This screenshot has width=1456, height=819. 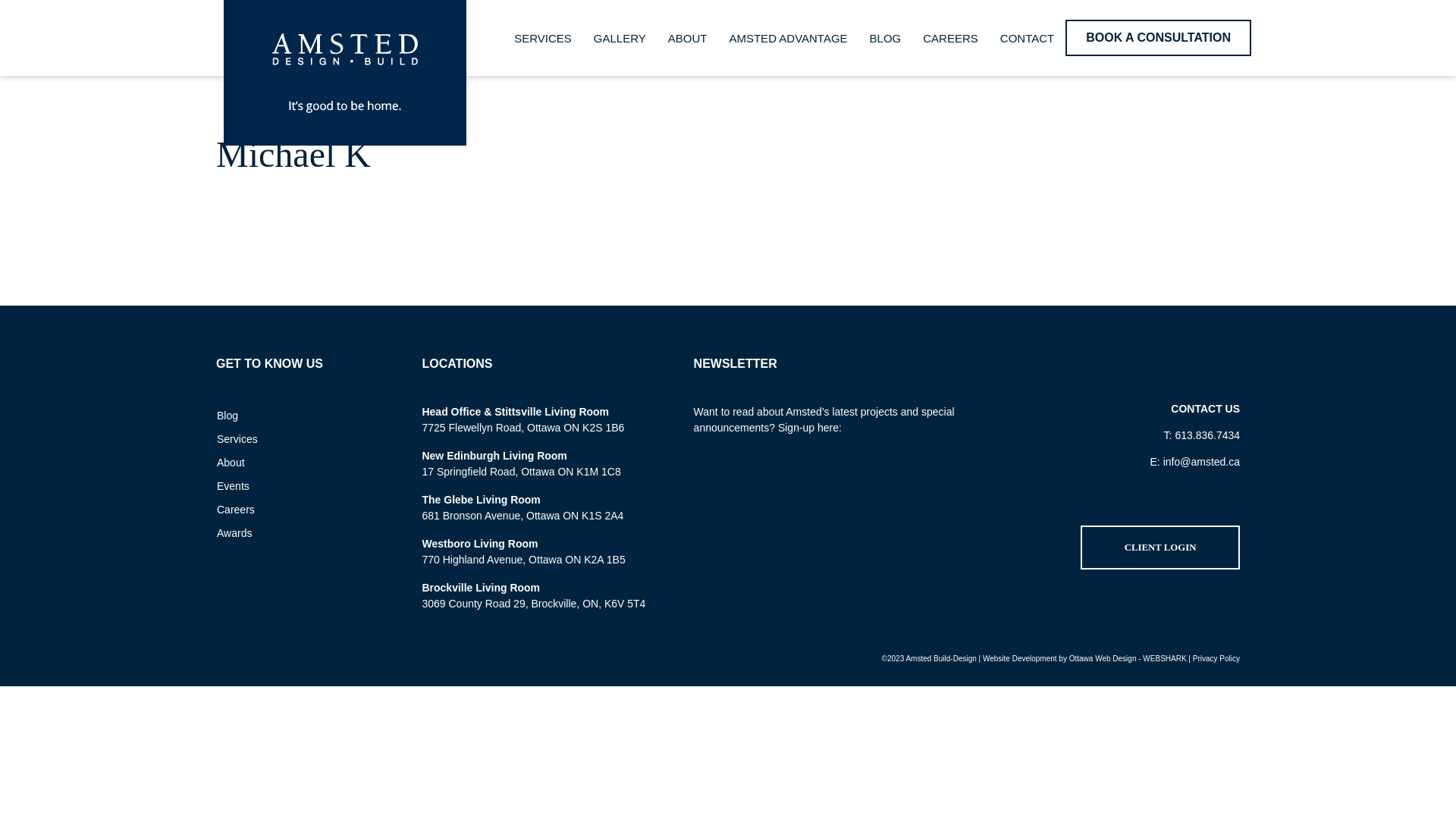 What do you see at coordinates (1207, 435) in the screenshot?
I see `'613.836.7434'` at bounding box center [1207, 435].